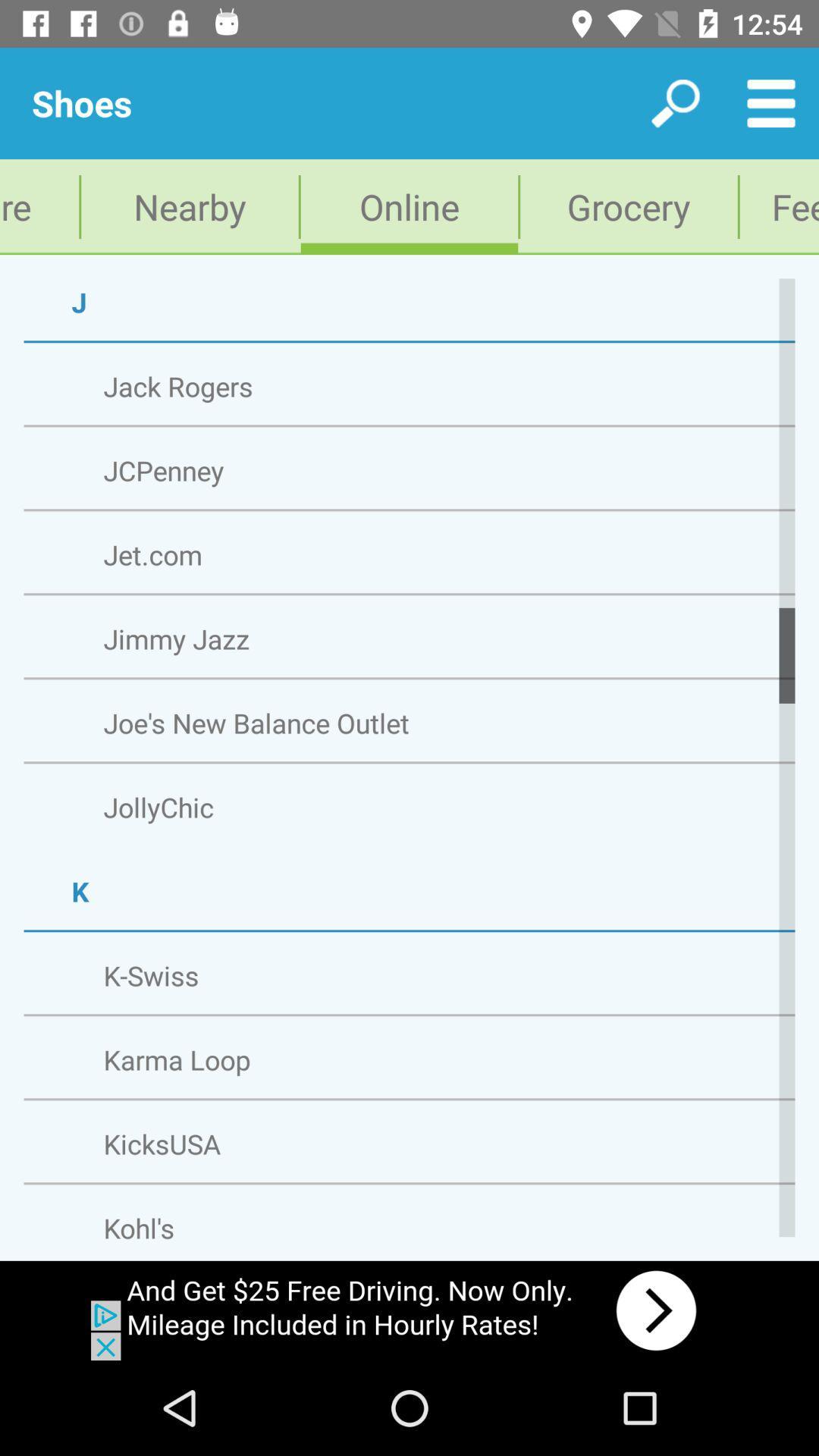 This screenshot has height=1456, width=819. Describe the element at coordinates (675, 103) in the screenshot. I see `the search option` at that location.